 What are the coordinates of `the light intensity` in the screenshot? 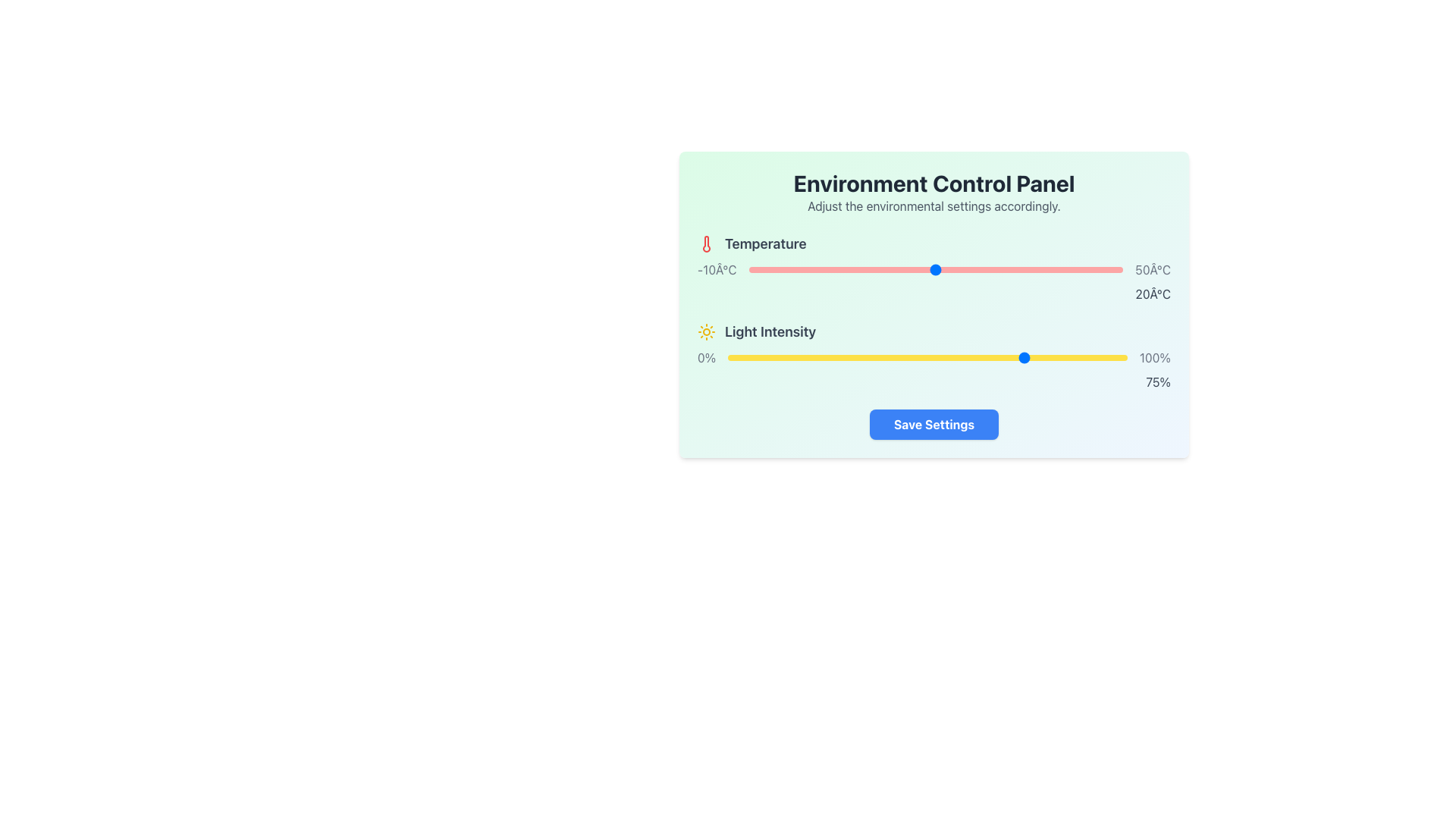 It's located at (887, 357).